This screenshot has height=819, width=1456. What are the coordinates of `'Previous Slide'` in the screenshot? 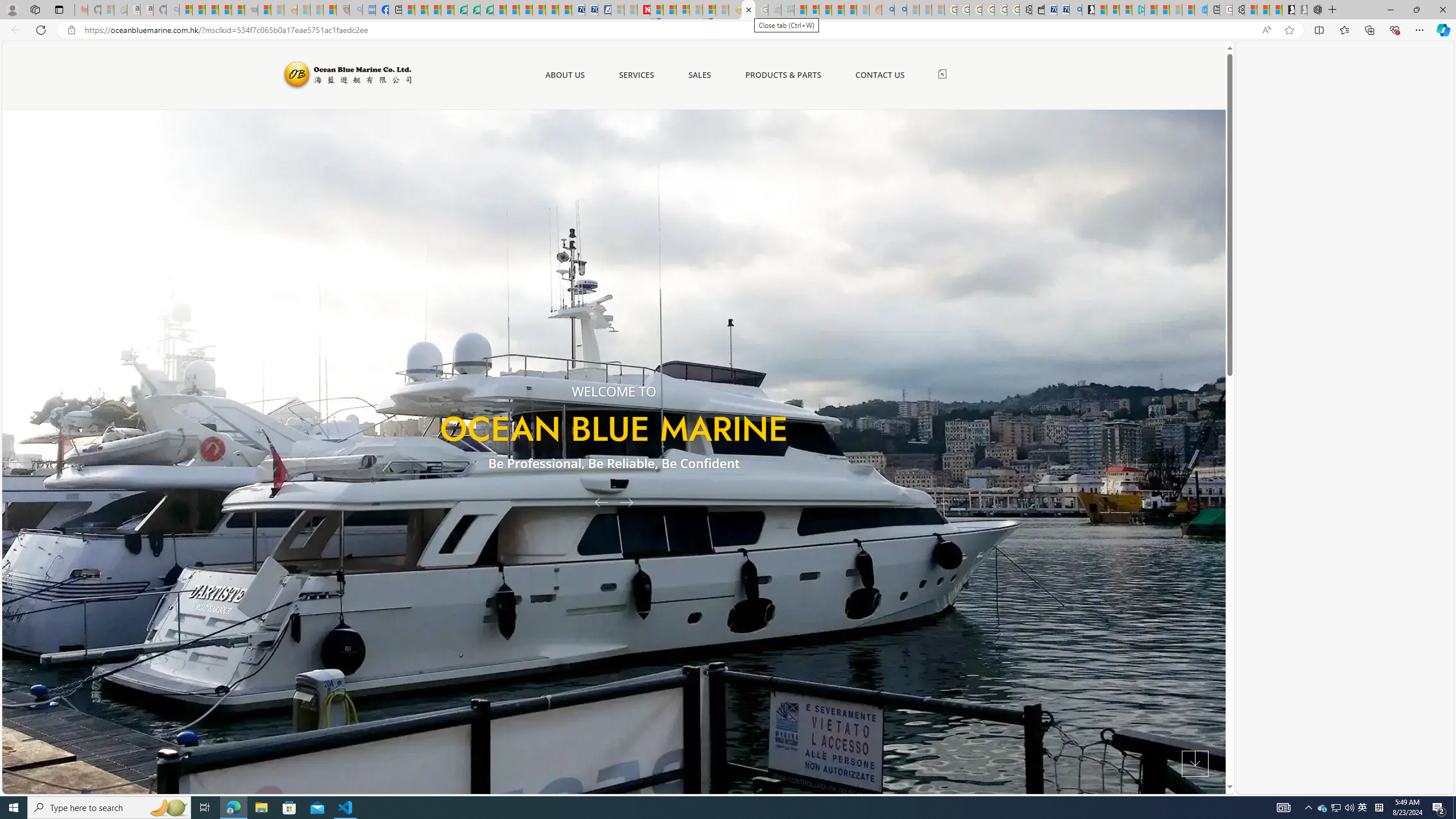 It's located at (596, 501).